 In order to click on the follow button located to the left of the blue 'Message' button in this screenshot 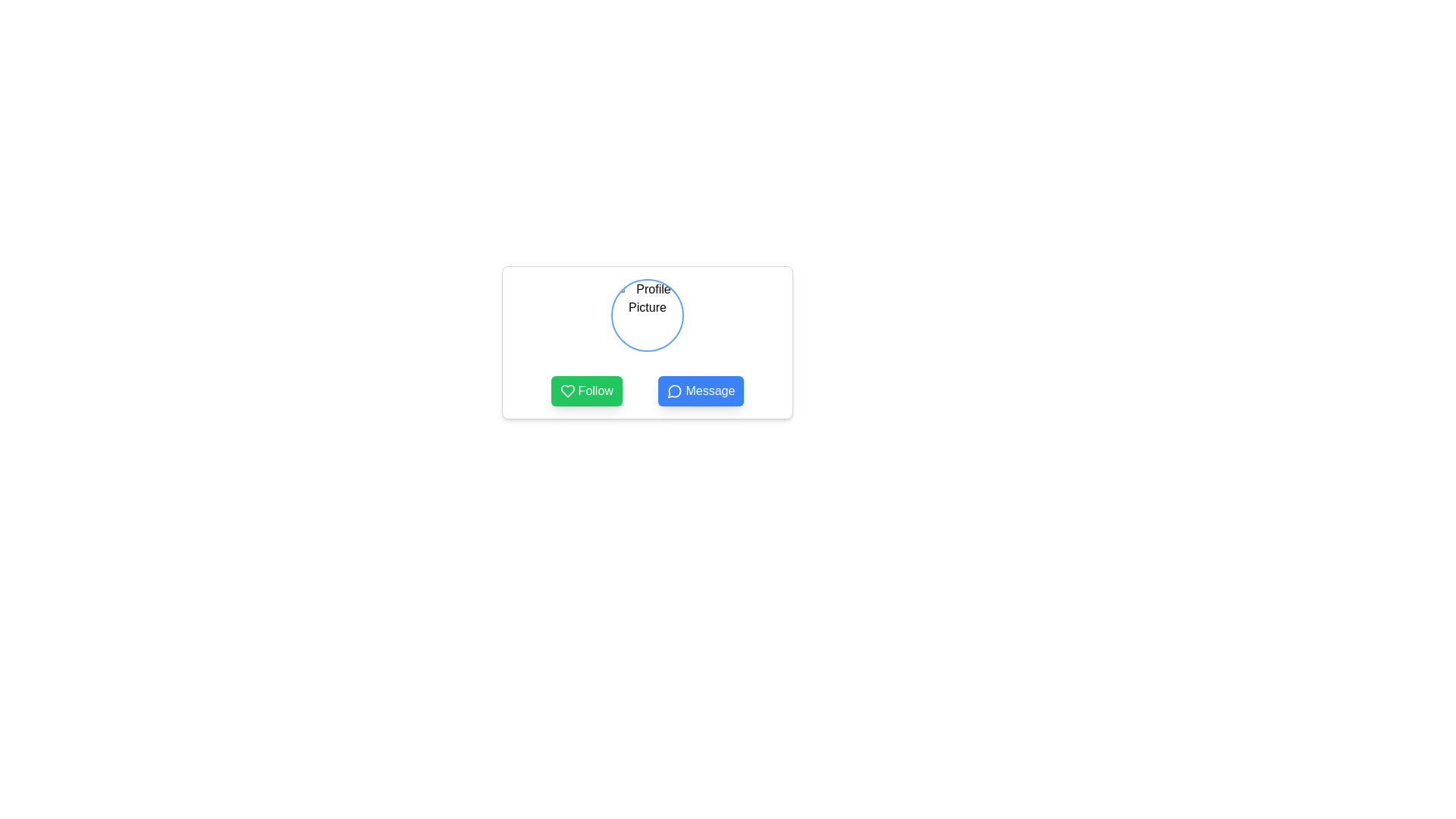, I will do `click(585, 391)`.